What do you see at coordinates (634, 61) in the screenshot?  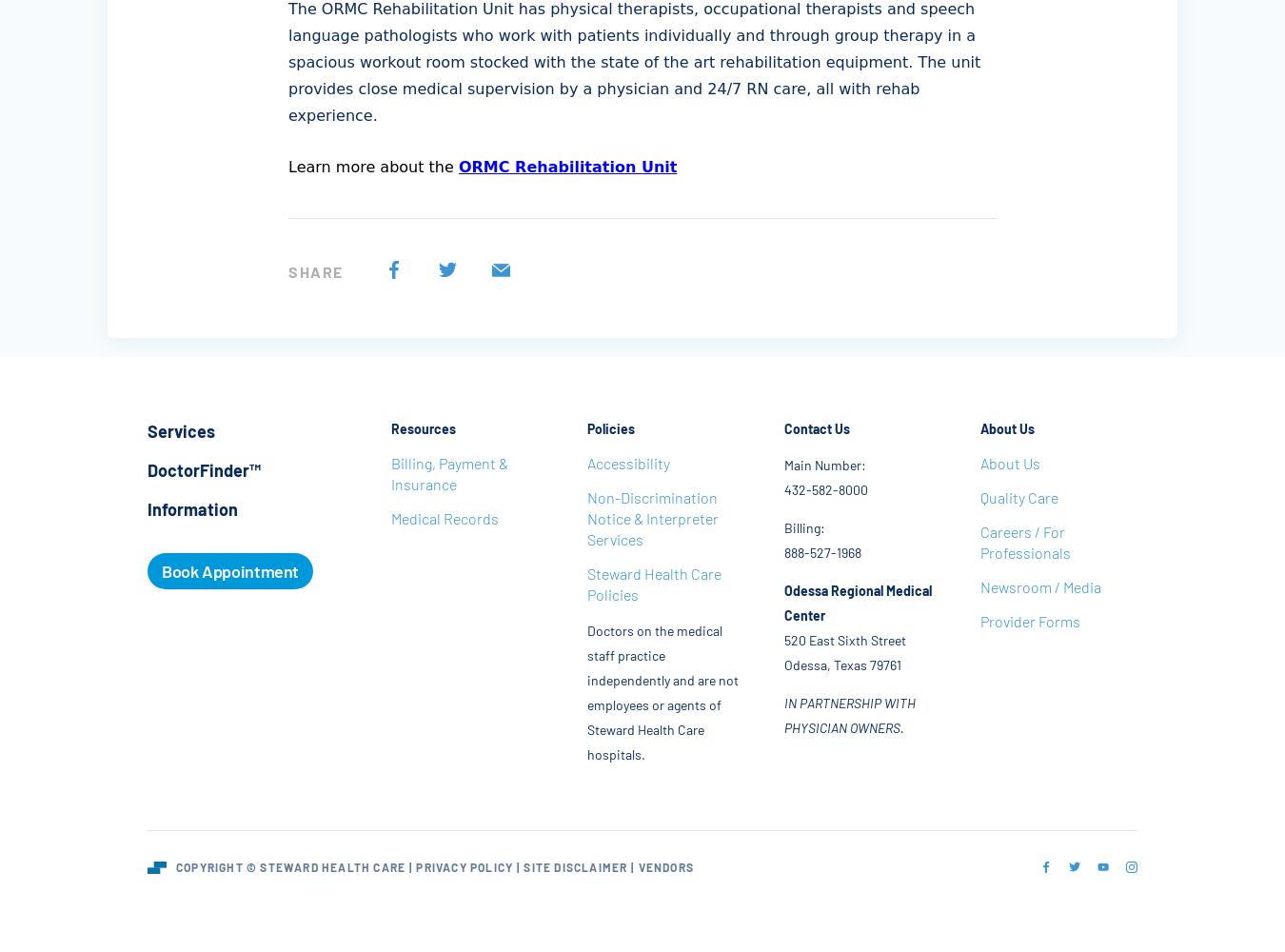 I see `'physical therapists, occupational therapists and speech language pathologists who work with patients individually and through group therapy in a spacious workout room stocked with the state of the art rehabilitation equipment. The unit provides close medical supervision by a physician and 24/7 RN care, all with rehab experience.'` at bounding box center [634, 61].